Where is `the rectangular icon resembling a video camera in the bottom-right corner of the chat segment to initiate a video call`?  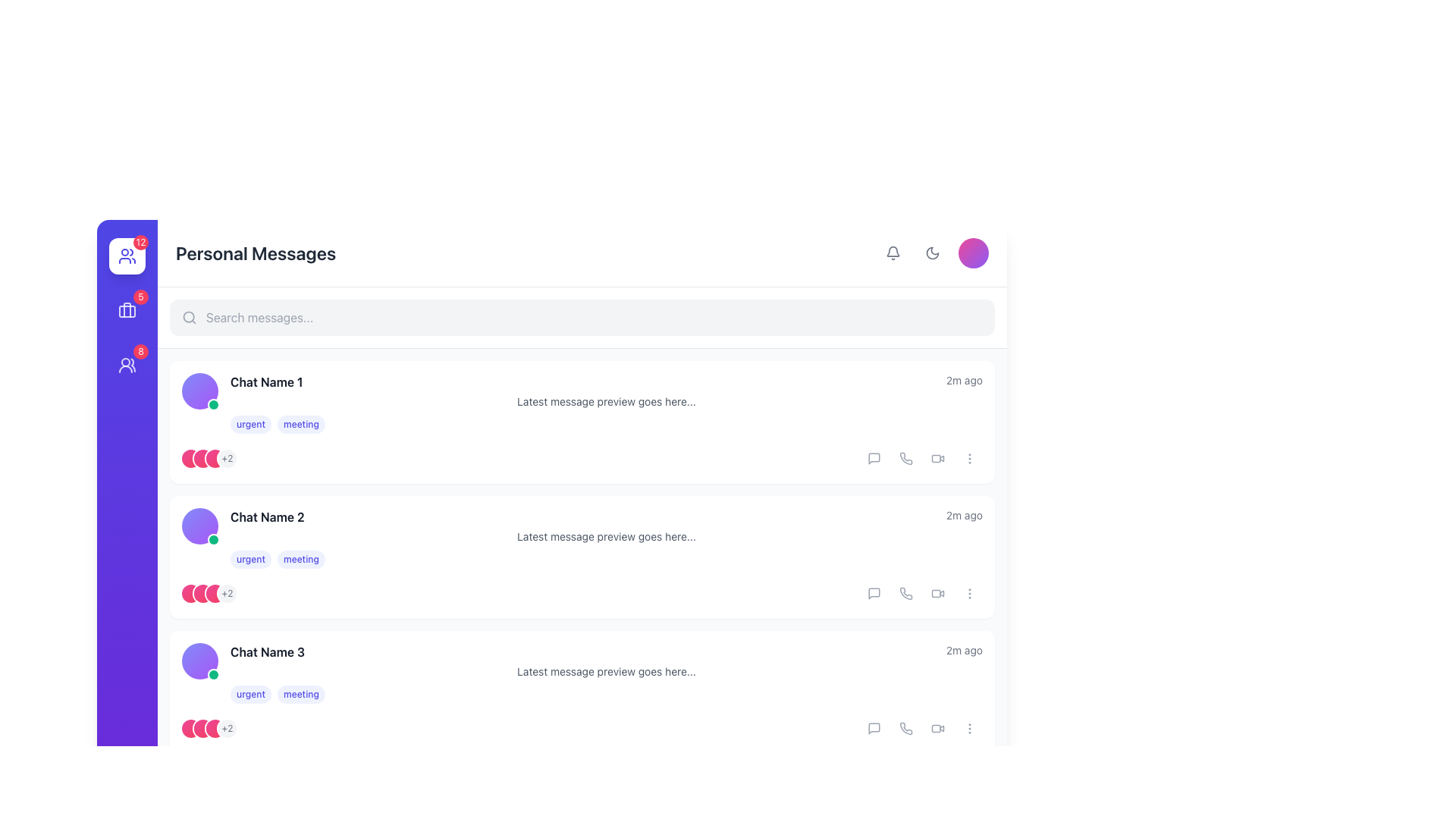 the rectangular icon resembling a video camera in the bottom-right corner of the chat segment to initiate a video call is located at coordinates (935, 593).